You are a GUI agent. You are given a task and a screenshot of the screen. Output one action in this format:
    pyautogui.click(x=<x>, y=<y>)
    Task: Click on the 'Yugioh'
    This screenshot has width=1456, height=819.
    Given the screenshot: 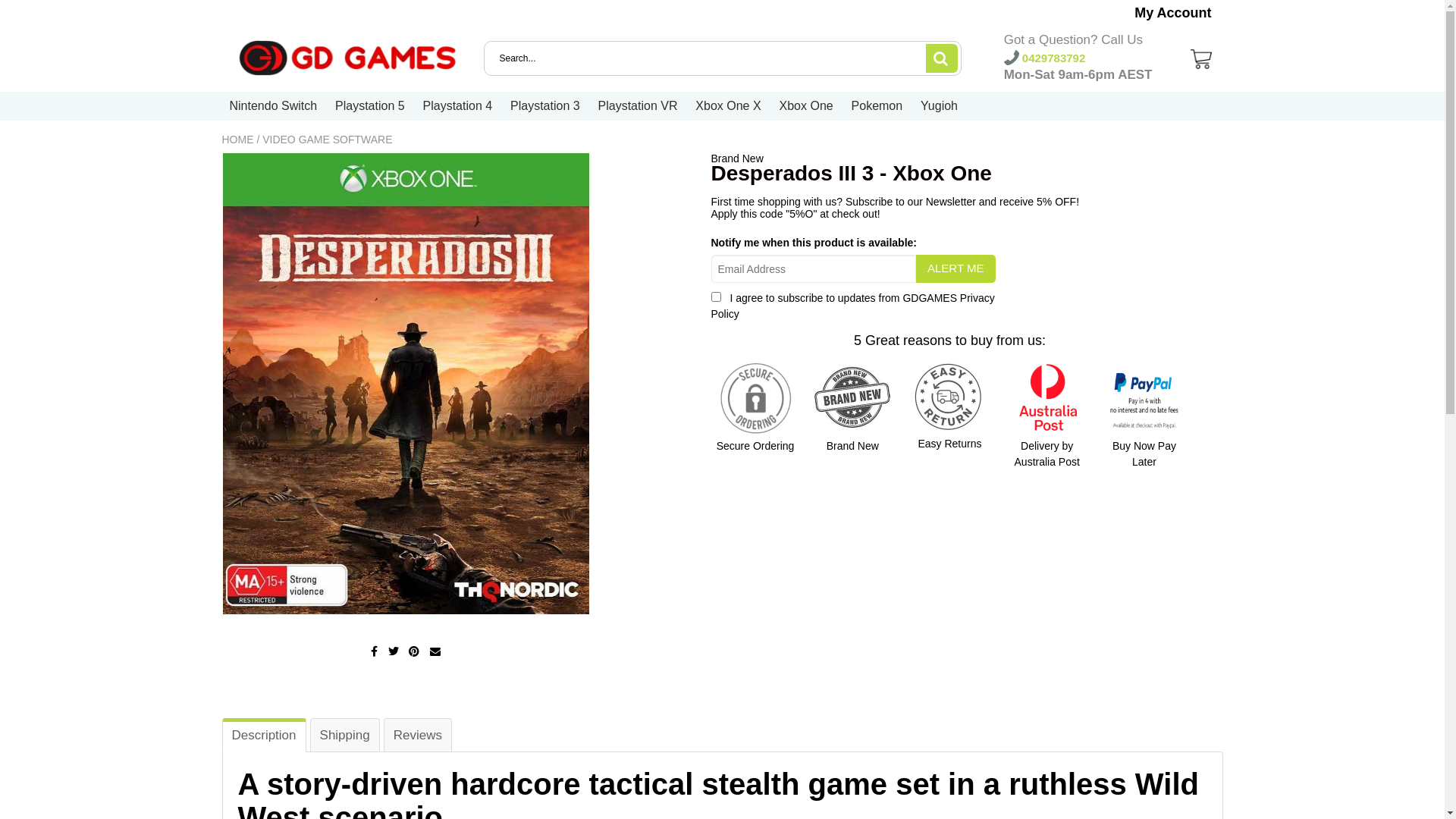 What is the action you would take?
    pyautogui.click(x=938, y=105)
    